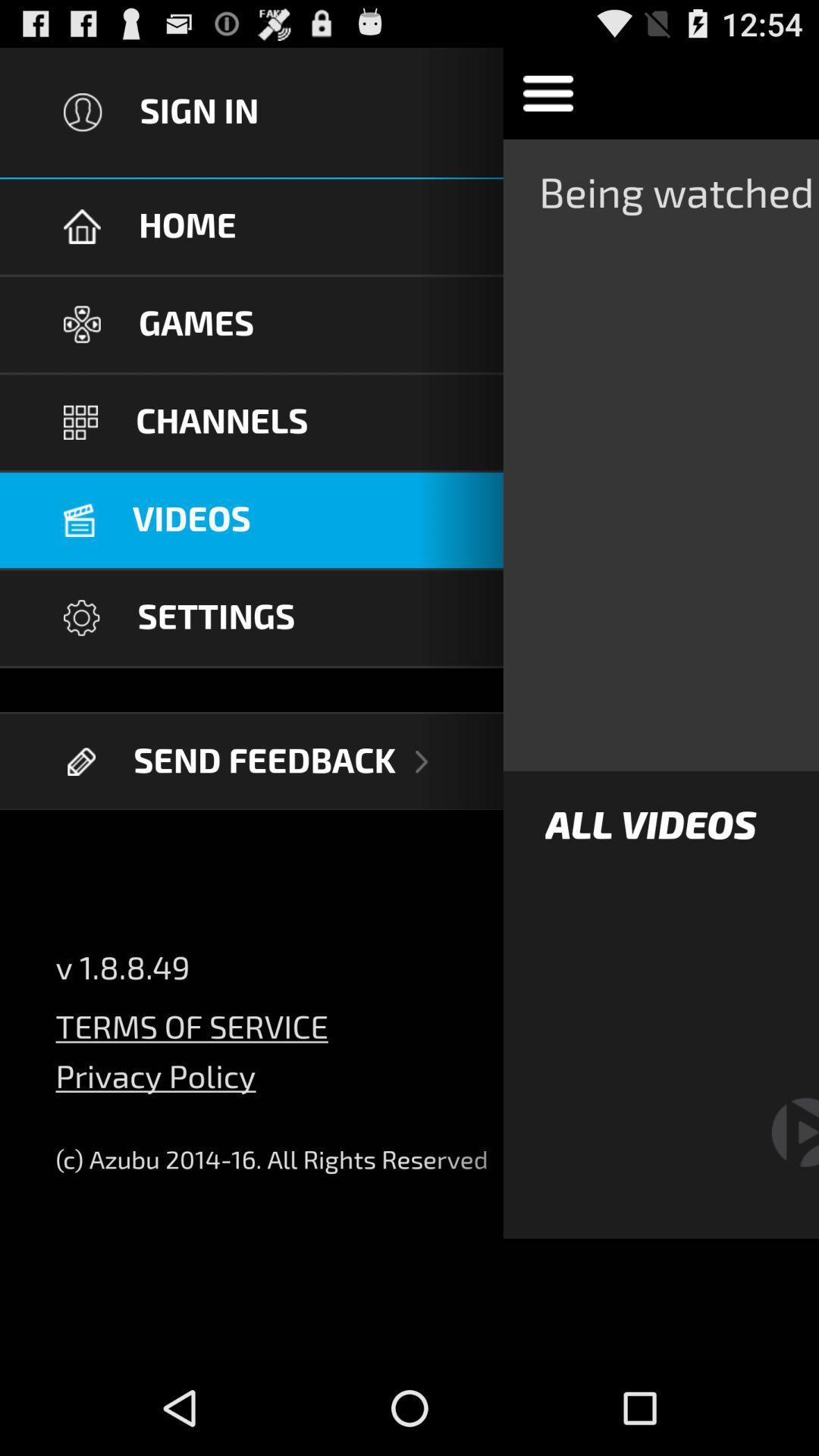 The height and width of the screenshot is (1456, 819). I want to click on the privacy policy item, so click(155, 1087).